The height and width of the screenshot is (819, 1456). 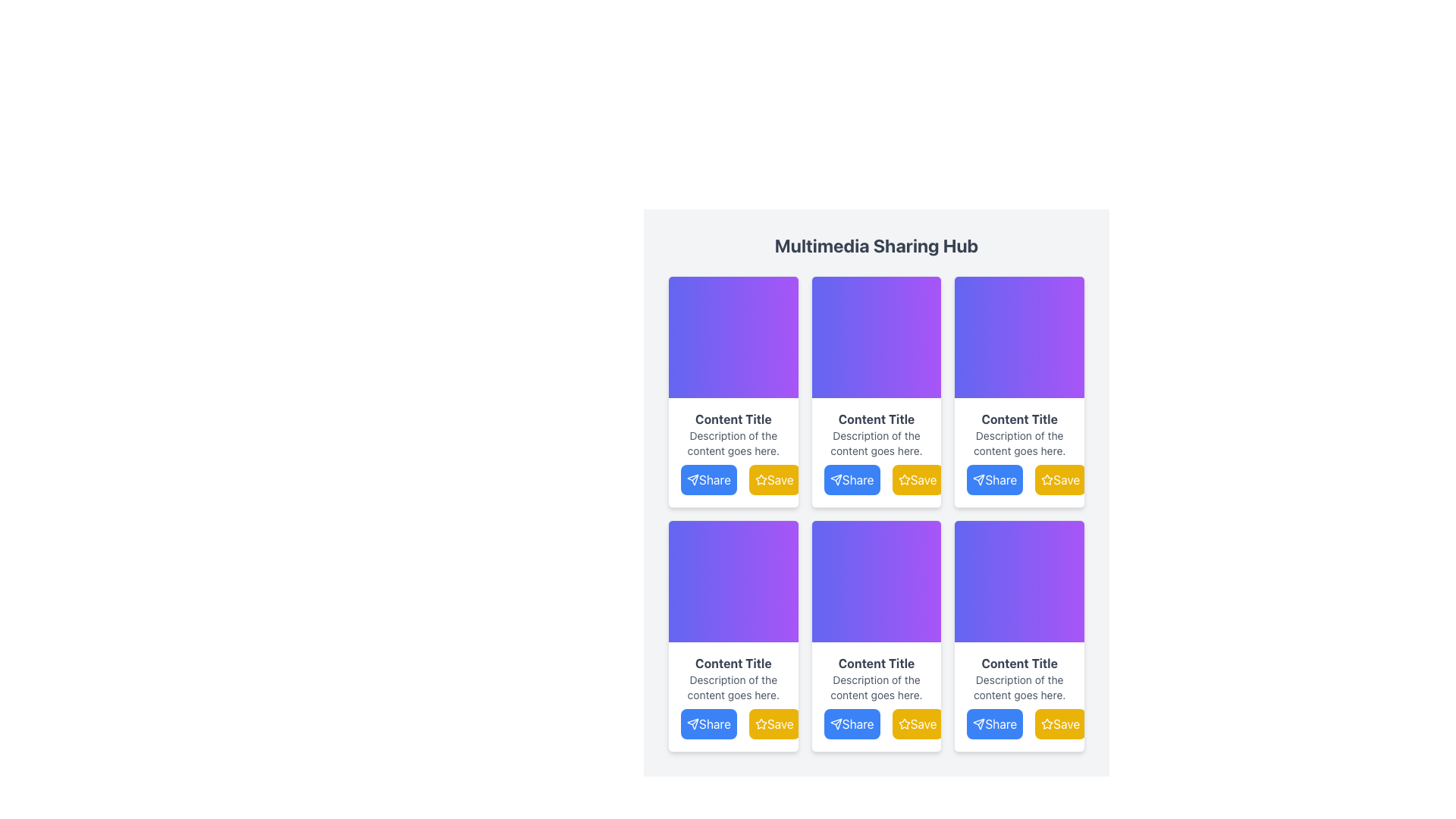 What do you see at coordinates (877, 444) in the screenshot?
I see `the descriptive label positioned below the title 'Content Title' and above the 'Share' and 'Save' buttons in the second block from the left in the top row of the grid layout` at bounding box center [877, 444].